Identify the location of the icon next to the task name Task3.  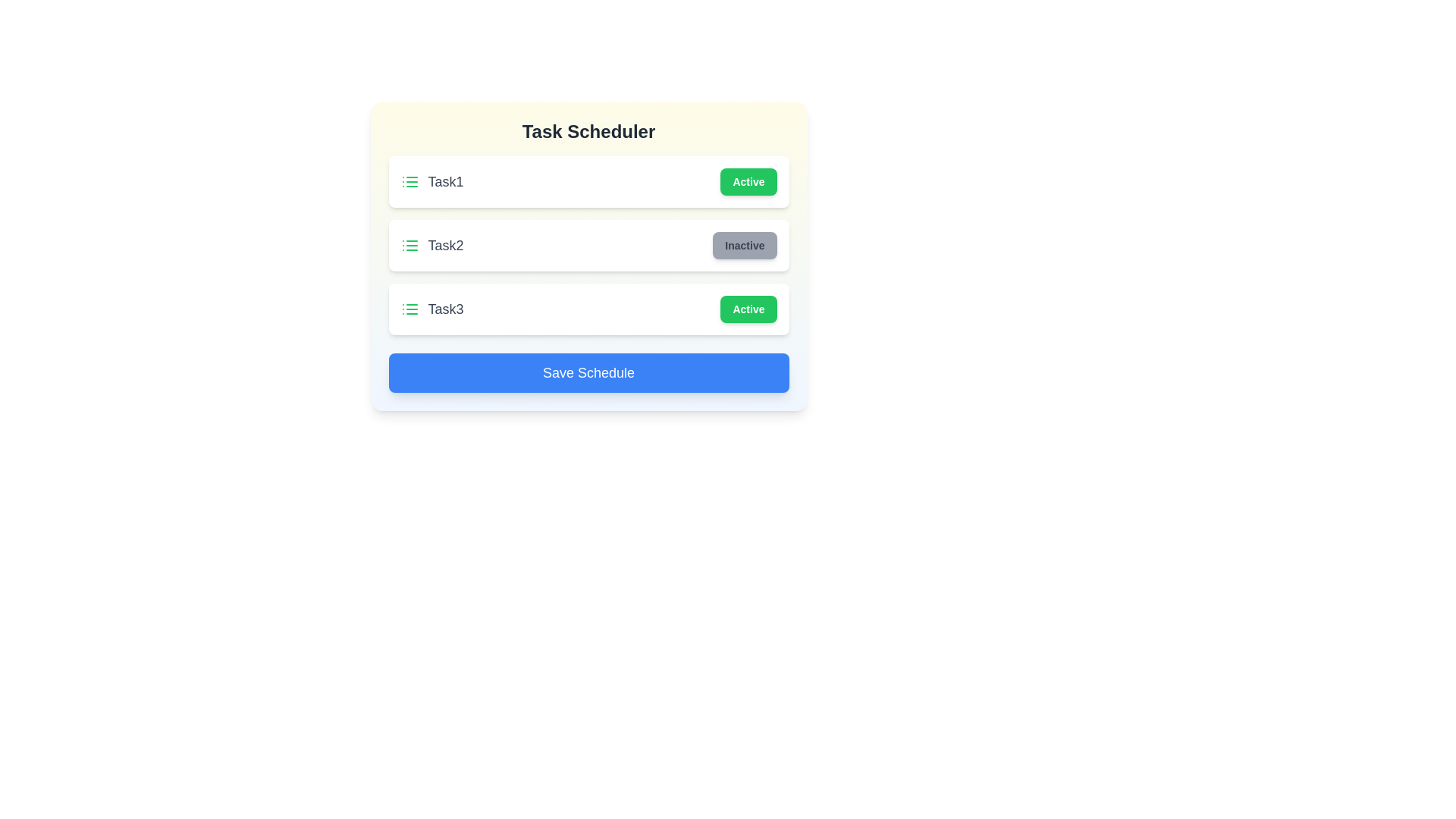
(409, 309).